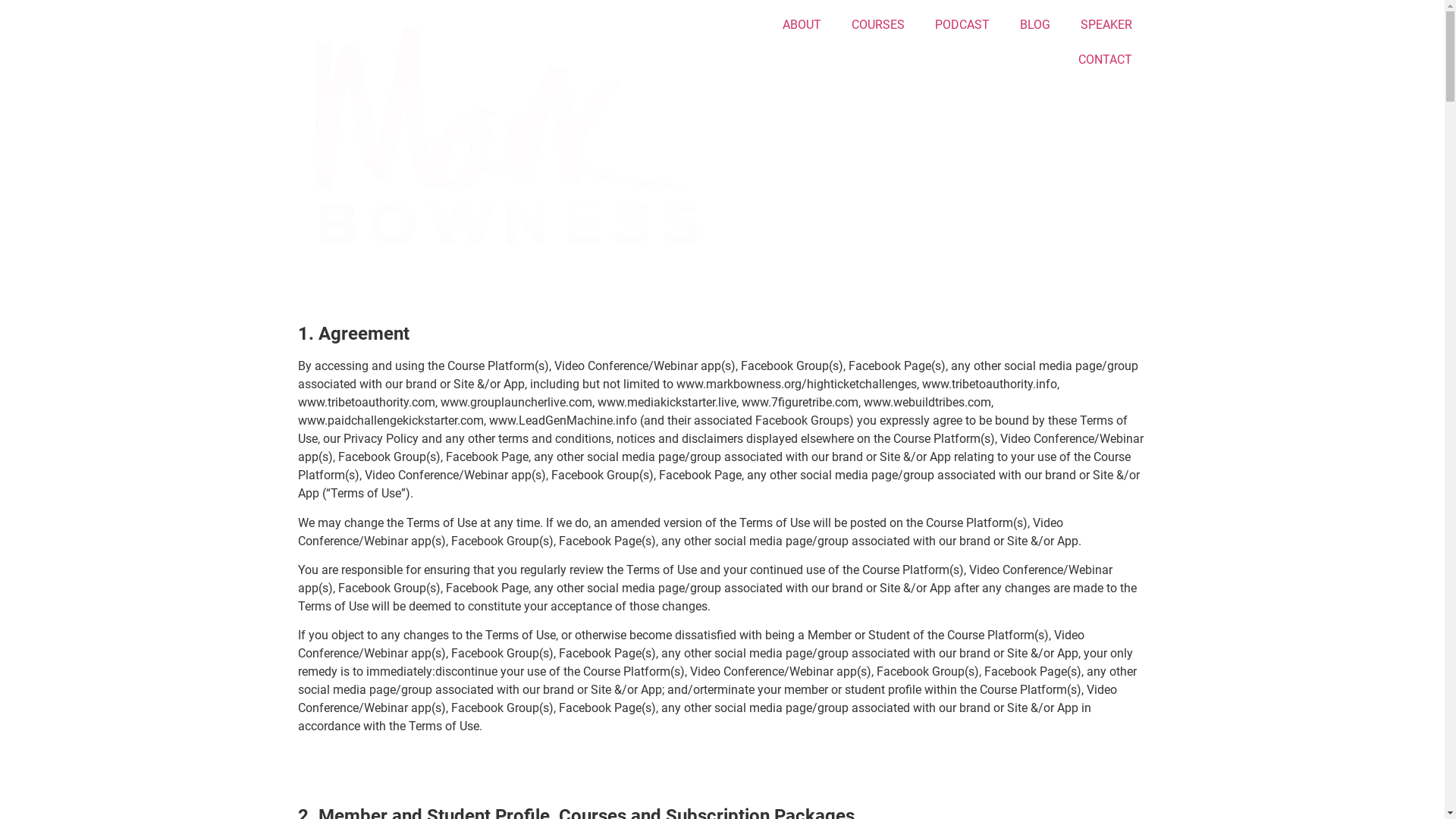 This screenshot has width=1456, height=819. I want to click on 'COURSES', so click(877, 25).